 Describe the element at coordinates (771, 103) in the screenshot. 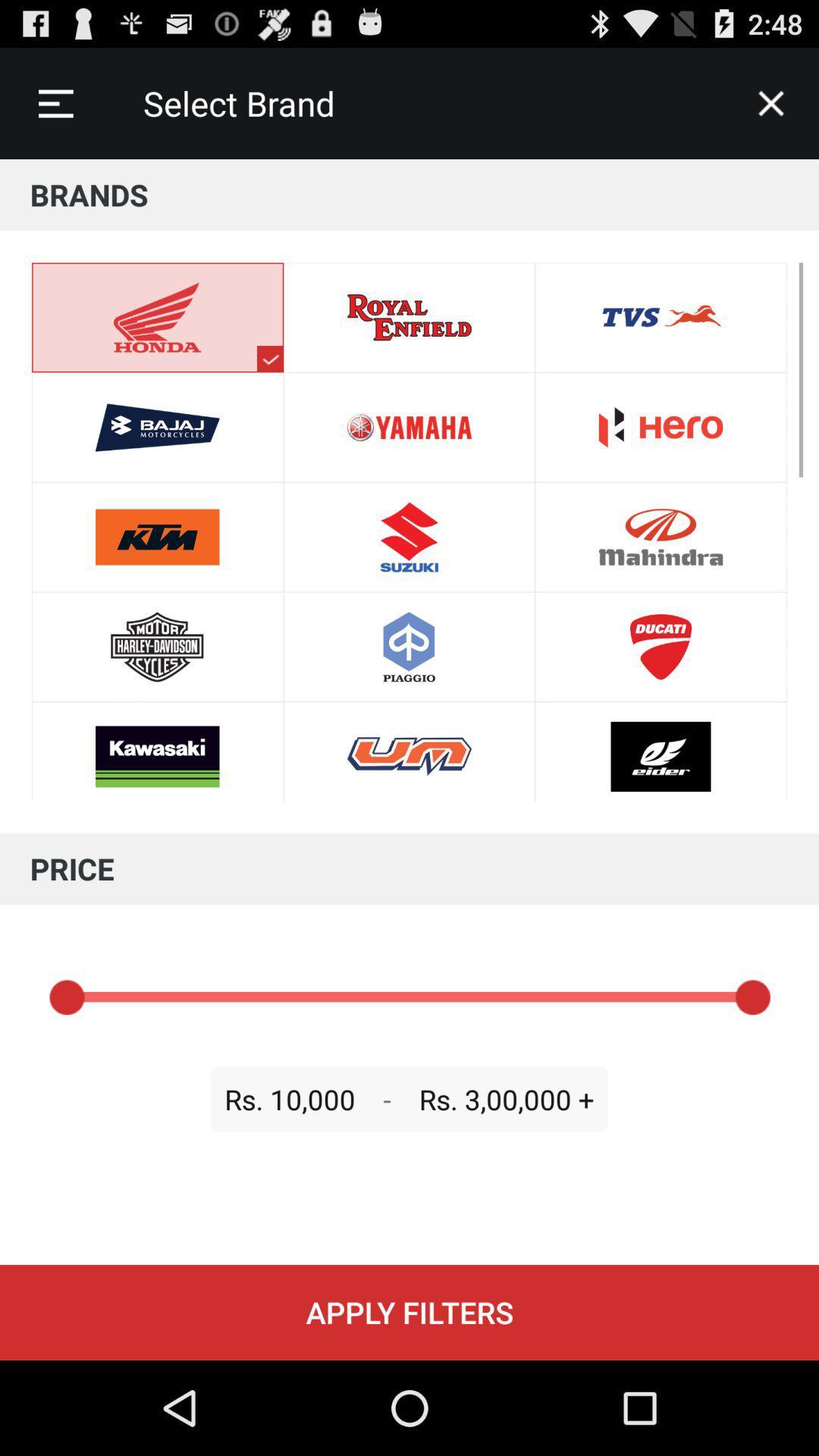

I see `the cross mark icon at the top right corner` at that location.